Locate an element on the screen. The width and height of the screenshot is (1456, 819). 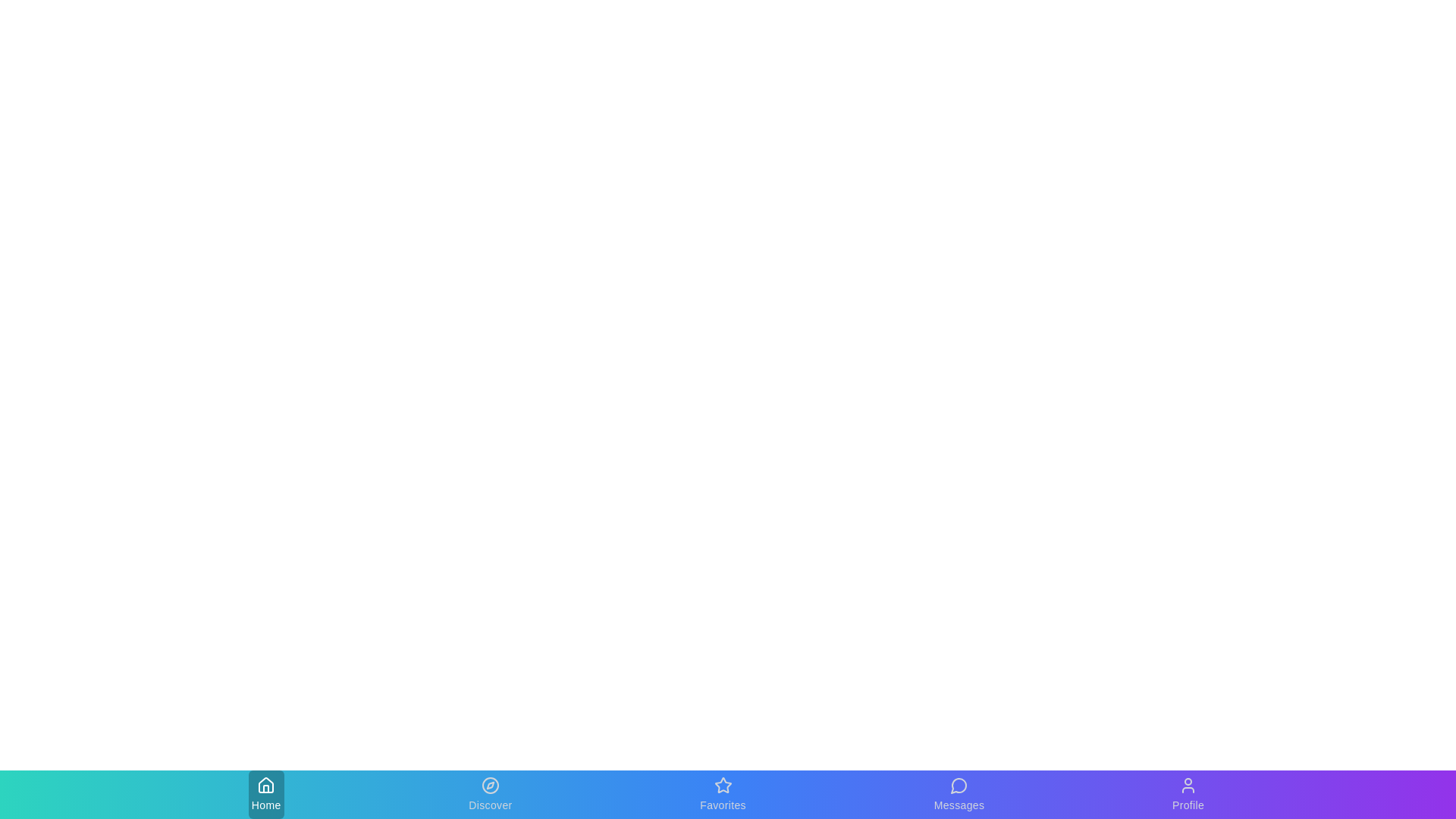
the tab named Messages is located at coordinates (957, 794).